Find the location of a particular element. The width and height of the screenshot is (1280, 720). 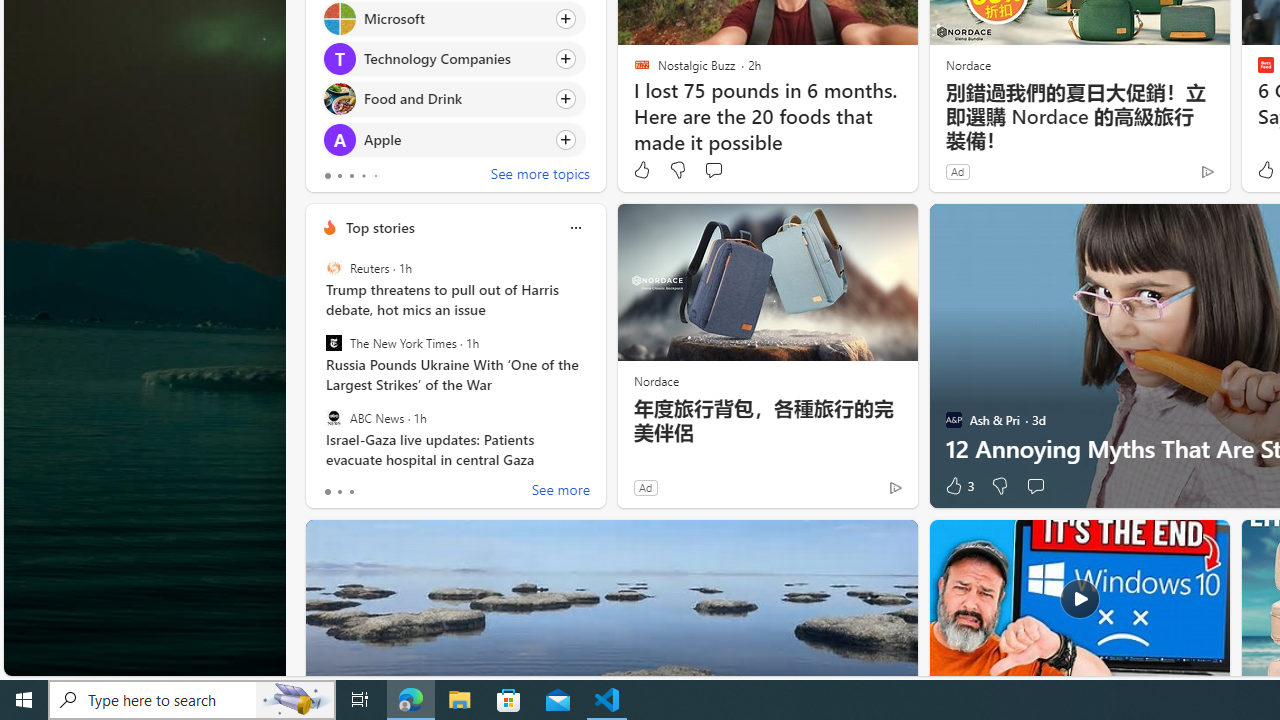

'Reuters' is located at coordinates (333, 267).